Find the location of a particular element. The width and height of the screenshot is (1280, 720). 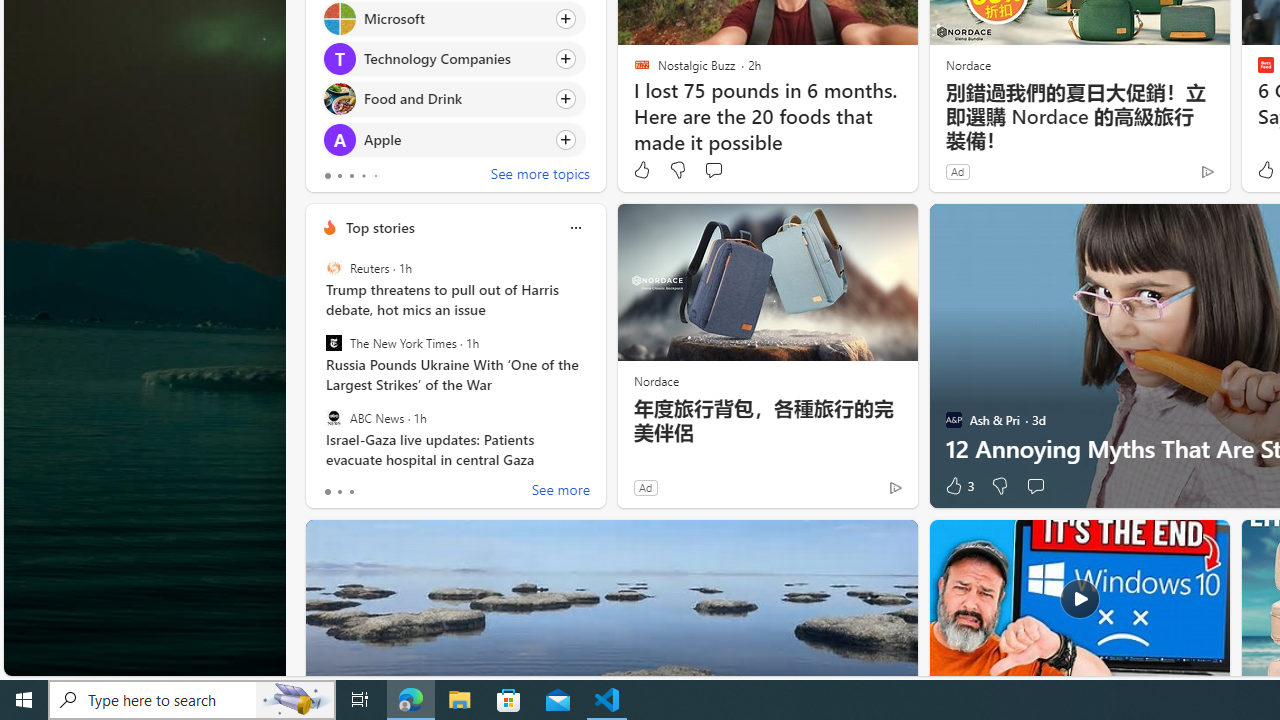

'Reuters' is located at coordinates (333, 267).